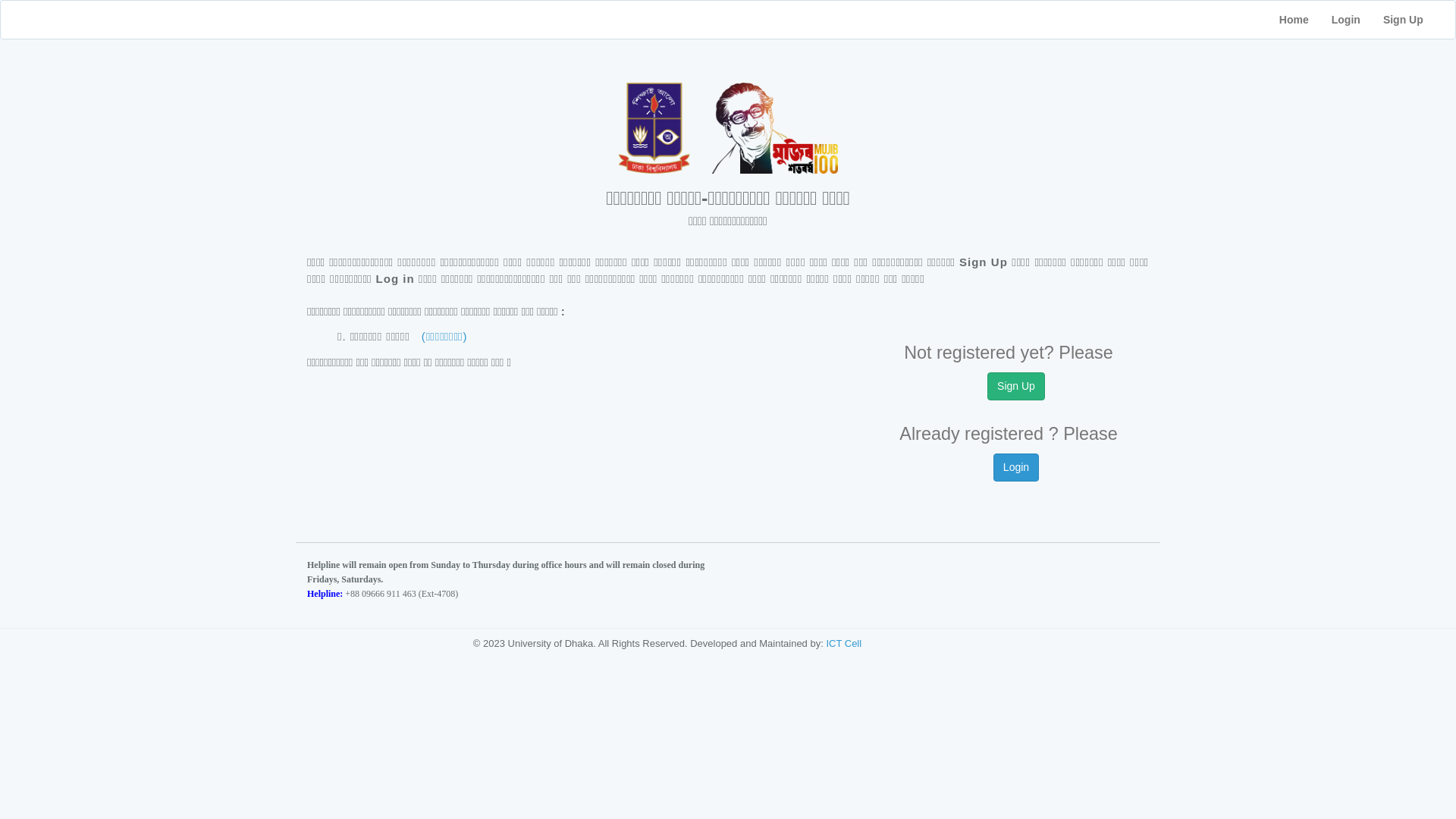 This screenshot has height=819, width=1456. Describe the element at coordinates (1412, 20) in the screenshot. I see `'Sign Up       '` at that location.